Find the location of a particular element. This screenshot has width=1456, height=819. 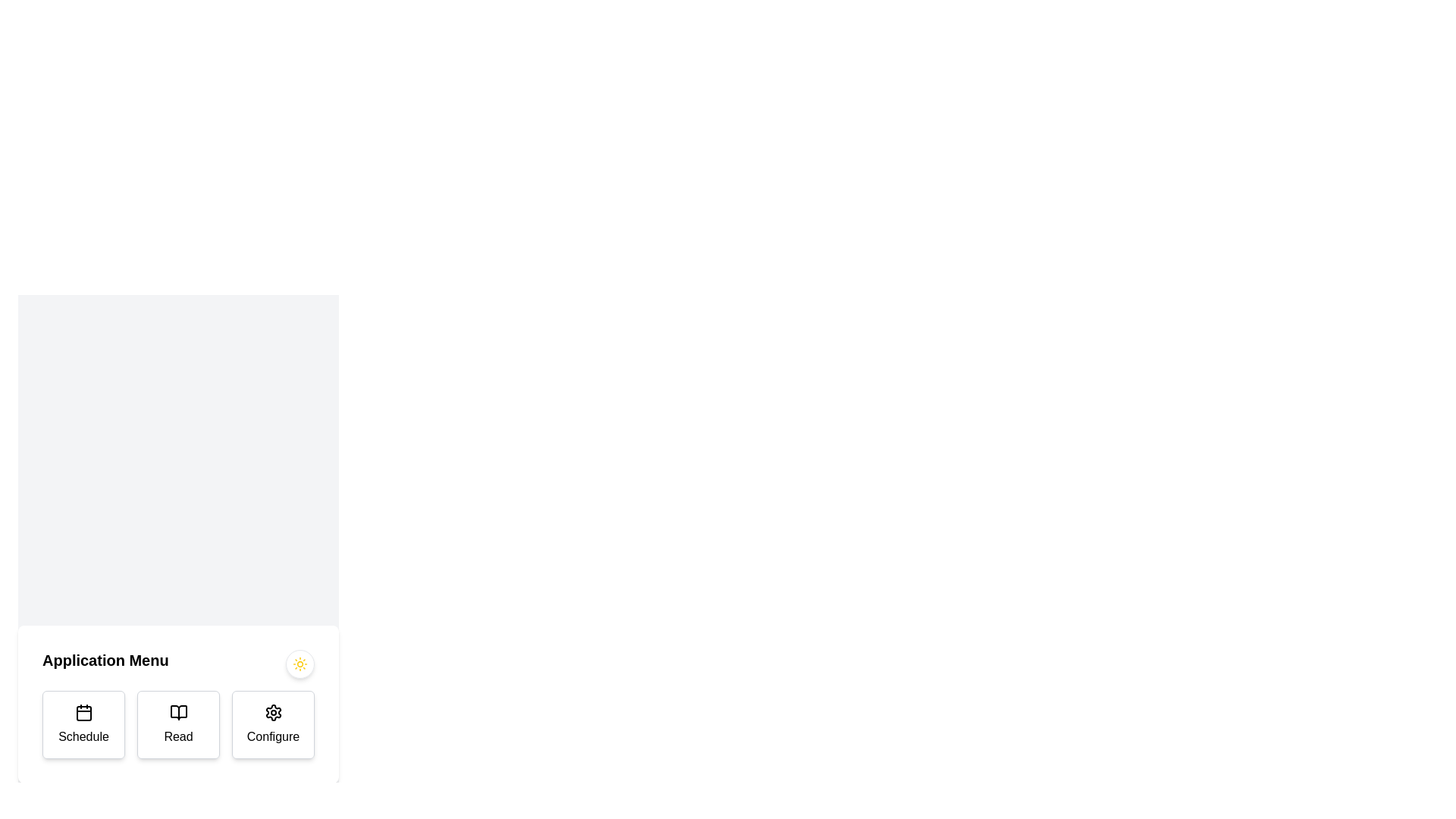

the 'Configure' button, which is a rounded rectangular button with a white background and a black gear icon is located at coordinates (273, 724).